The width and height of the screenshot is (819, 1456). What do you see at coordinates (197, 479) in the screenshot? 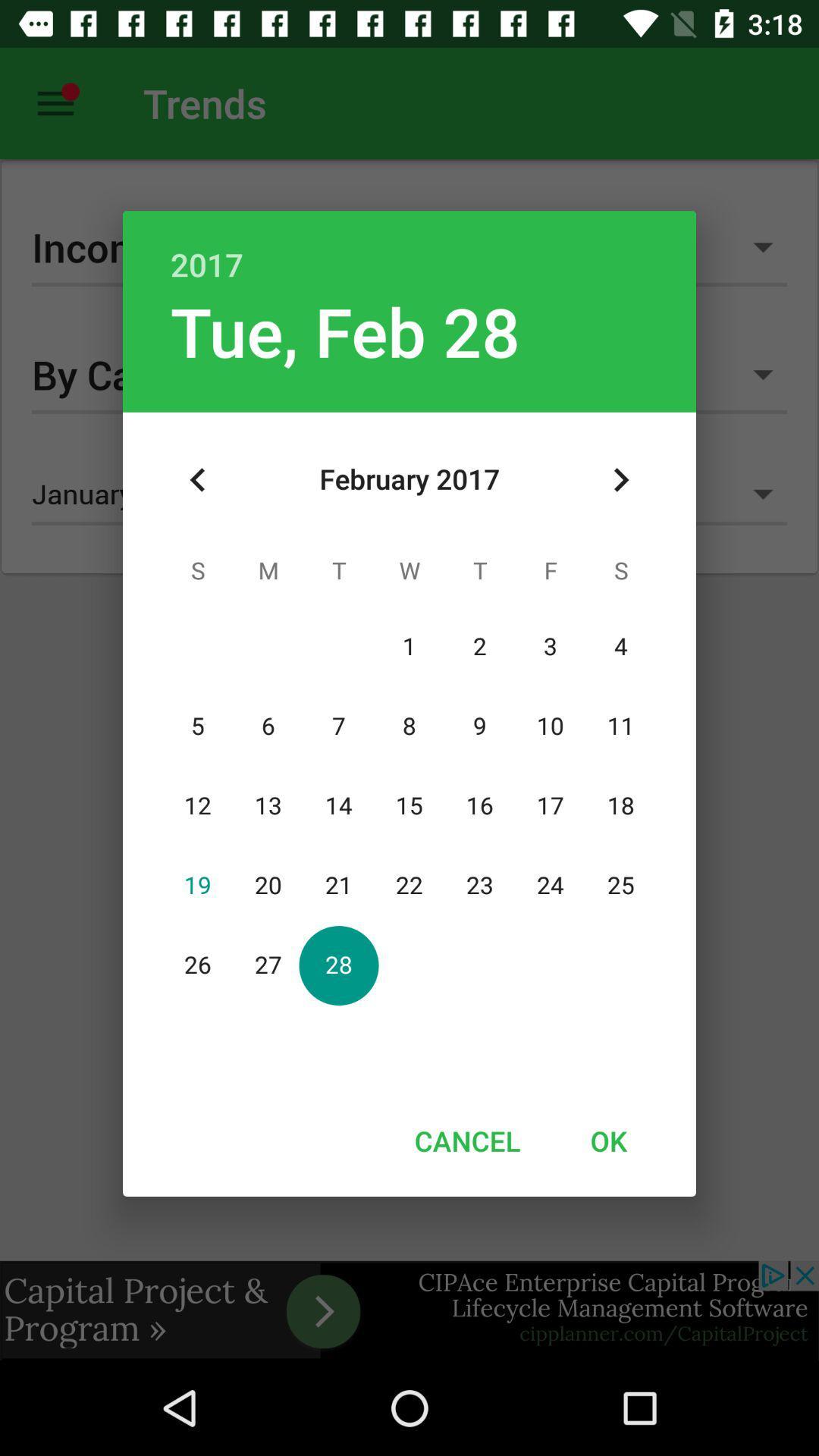
I see `icon at the top left corner` at bounding box center [197, 479].